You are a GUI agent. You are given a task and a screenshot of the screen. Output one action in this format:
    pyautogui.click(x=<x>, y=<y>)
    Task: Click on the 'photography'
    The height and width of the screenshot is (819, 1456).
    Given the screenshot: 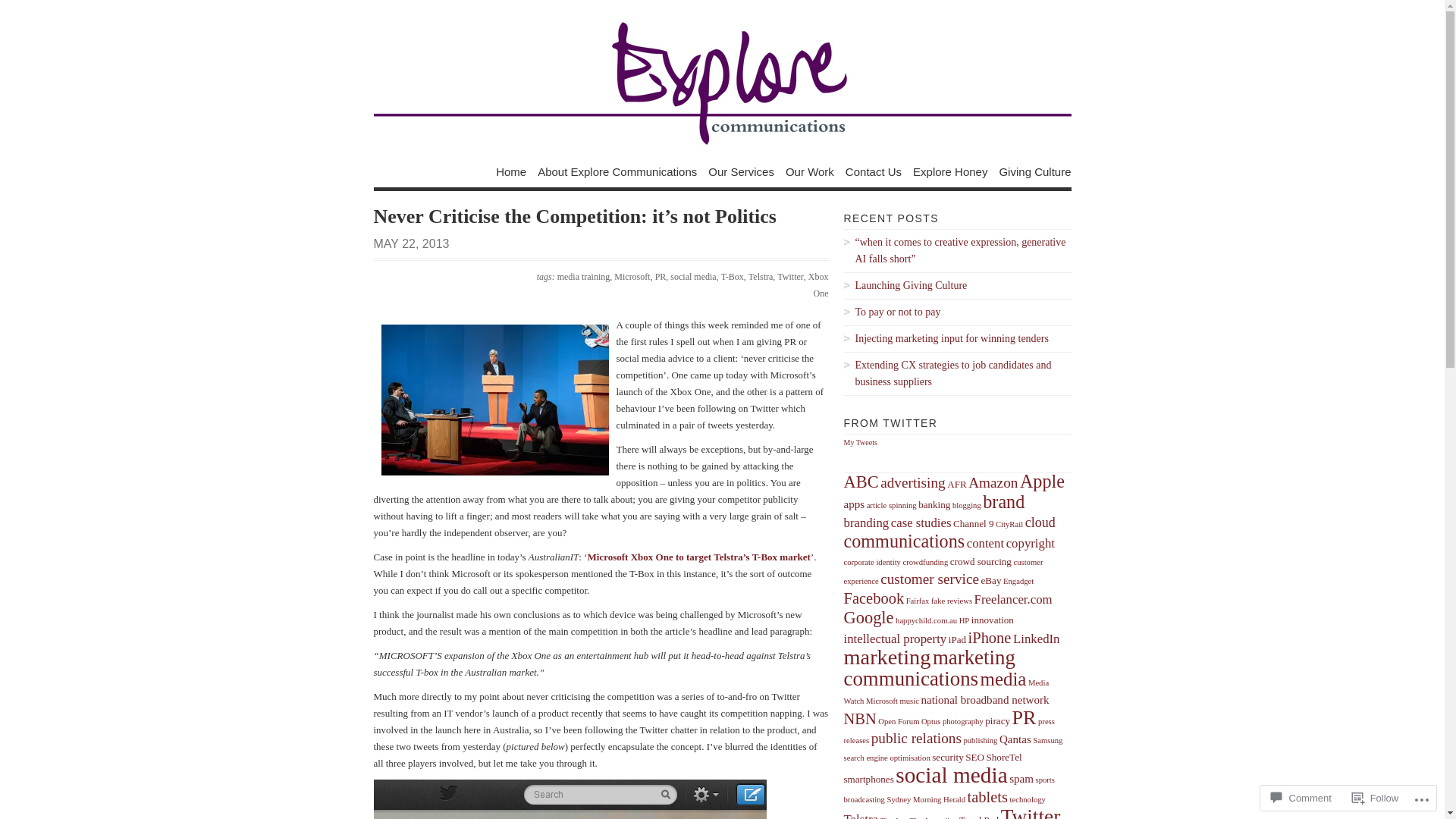 What is the action you would take?
    pyautogui.click(x=962, y=720)
    